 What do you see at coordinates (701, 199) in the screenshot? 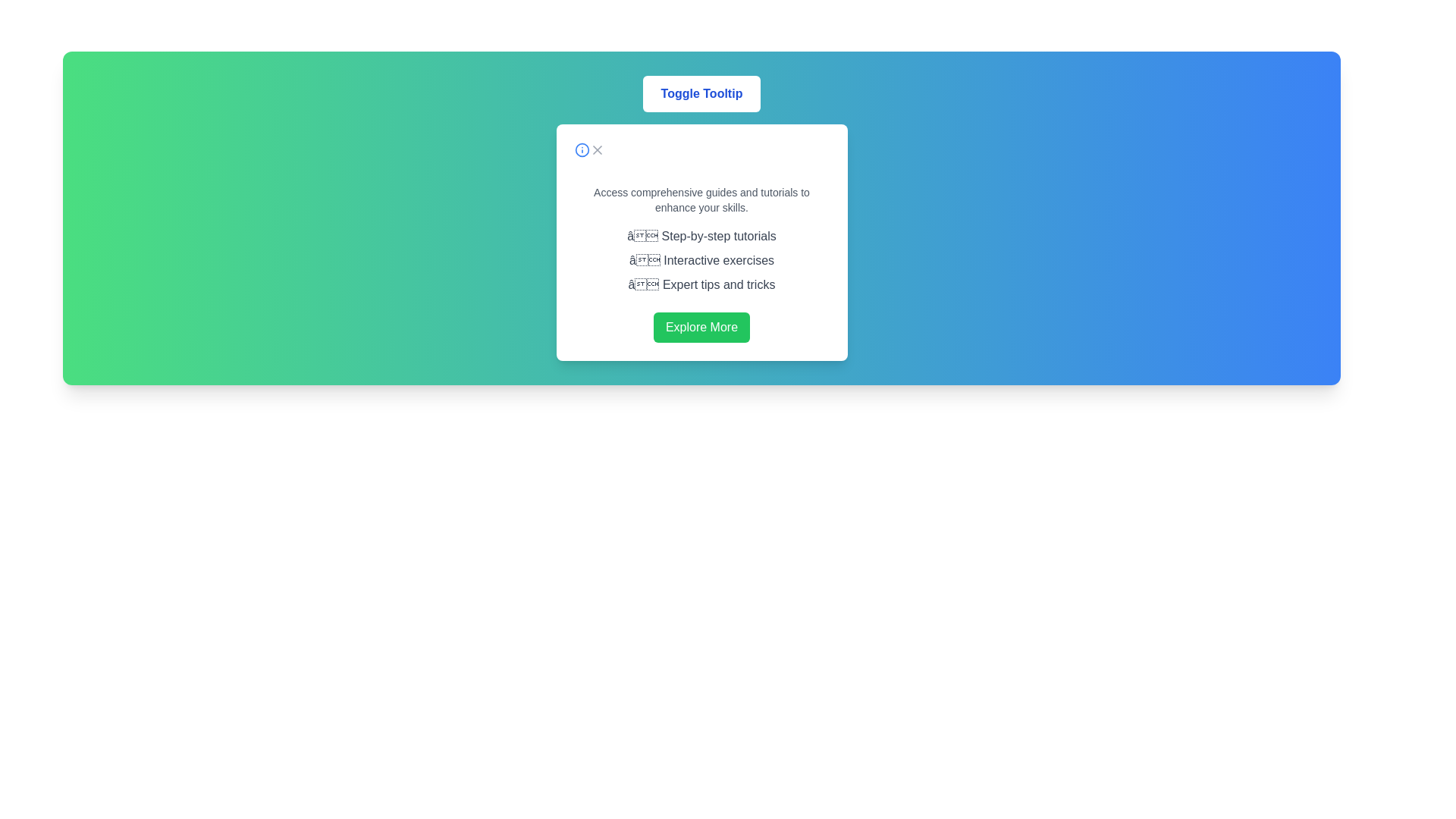
I see `the text element displaying 'Access comprehensive guides and tutorials to enhance your skills.' which is located below the 'Learning Resource' header and above a list of check-marked text items` at bounding box center [701, 199].